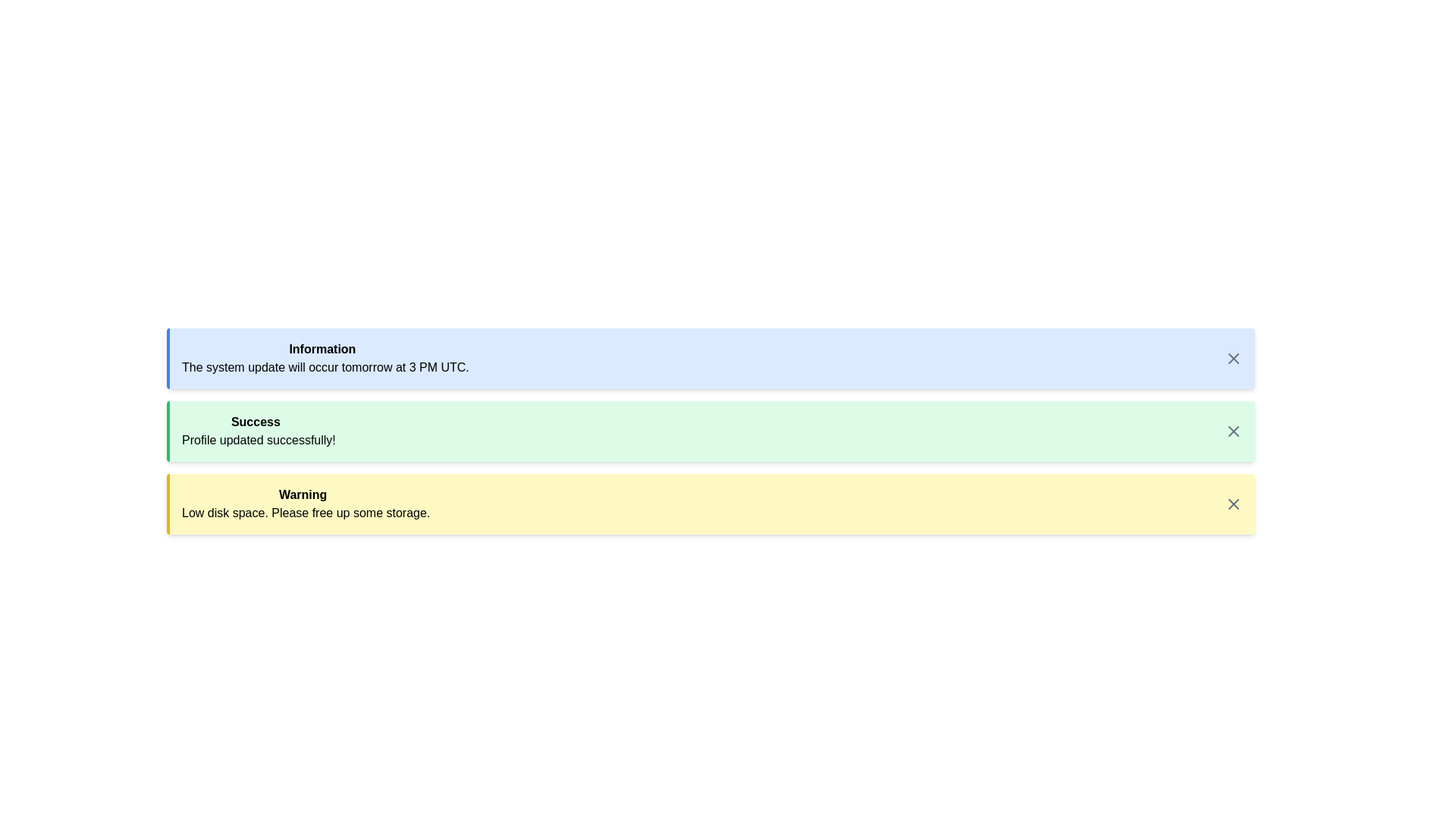 This screenshot has width=1456, height=819. Describe the element at coordinates (1234, 431) in the screenshot. I see `the close button located in the upper-right section of the green notification box that contains the text 'Success Profile updated successfully!'` at that location.